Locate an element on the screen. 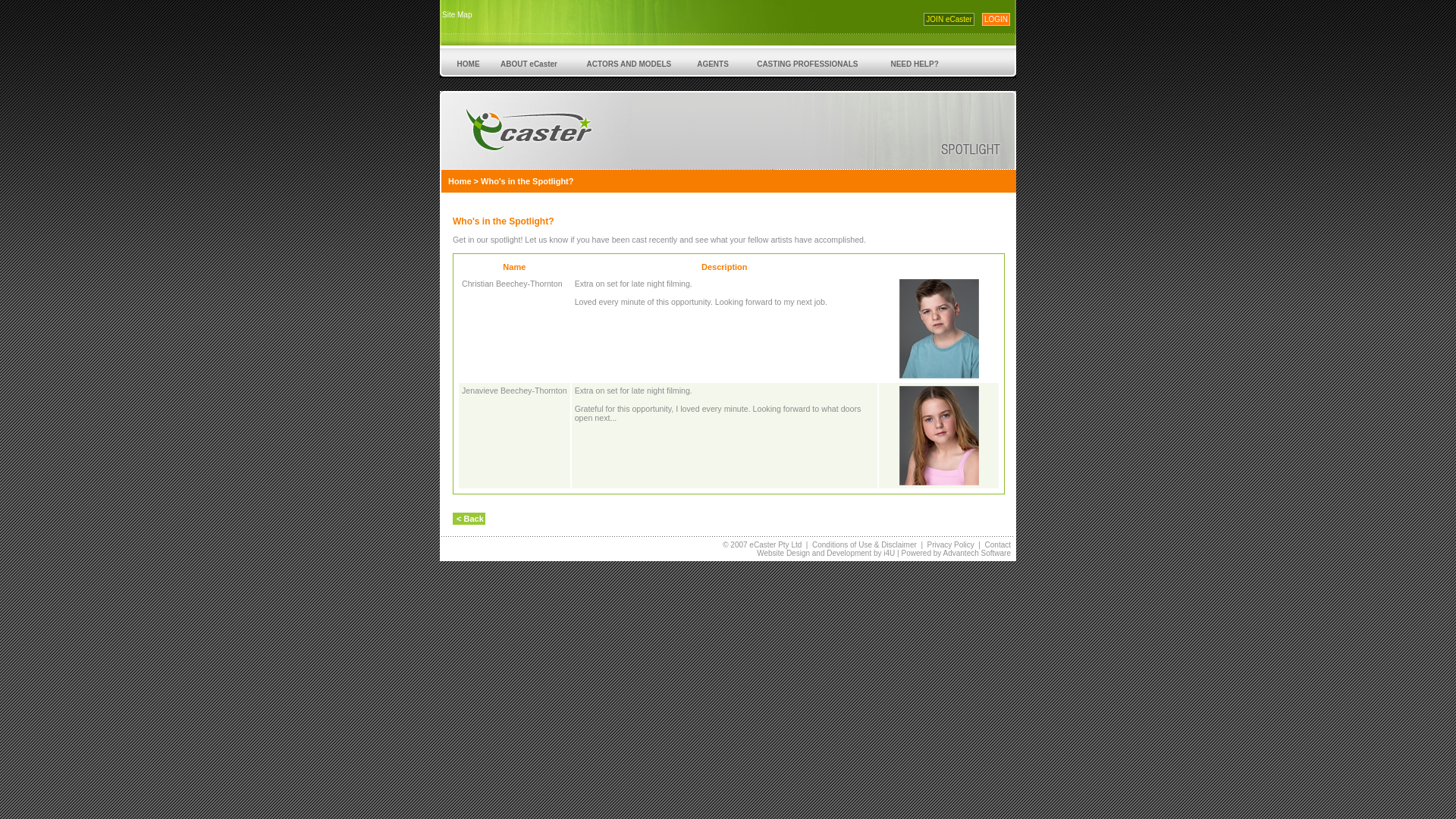  'JOIN eCaster' is located at coordinates (948, 19).